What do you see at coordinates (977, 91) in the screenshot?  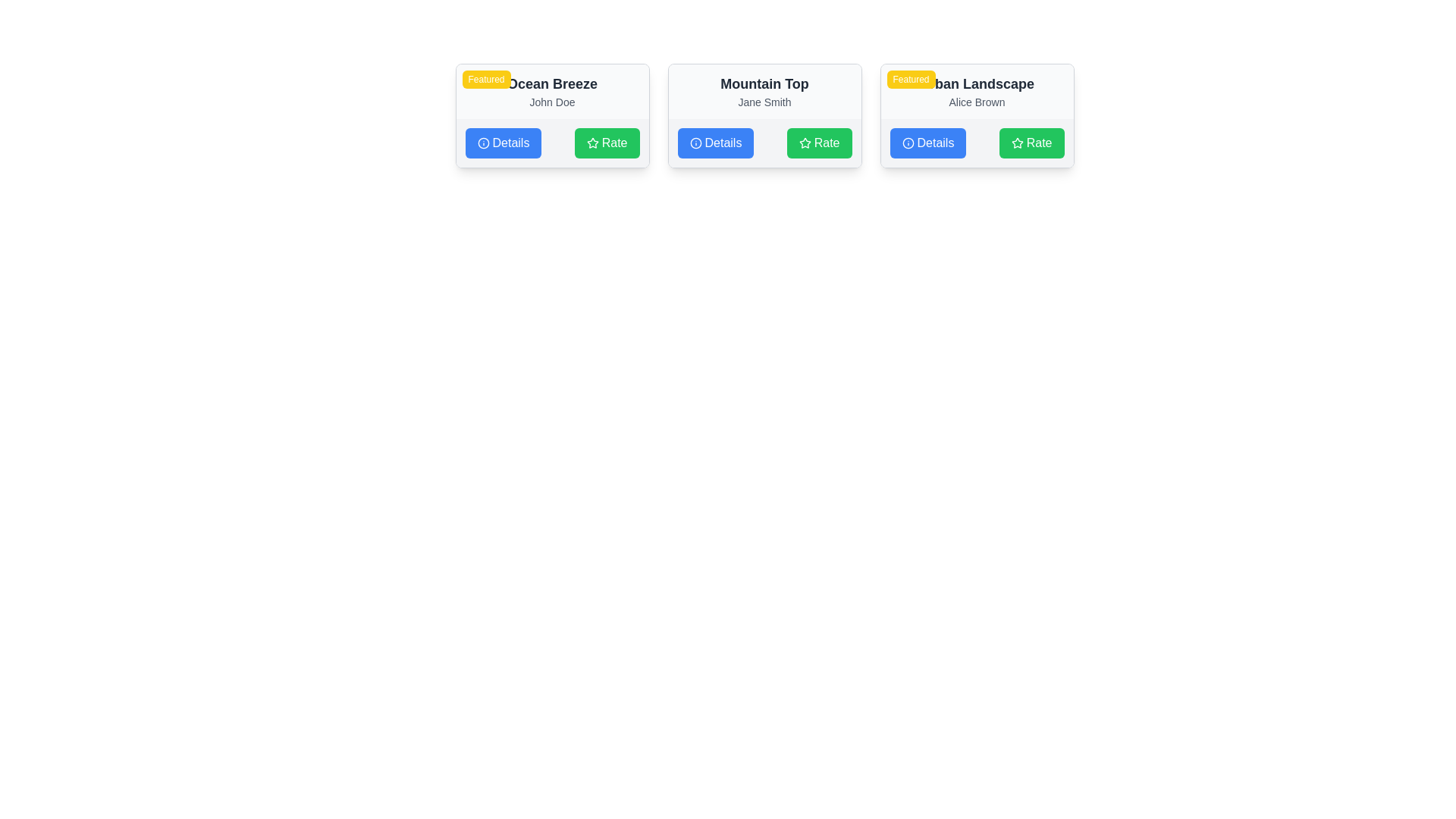 I see `the Text display area that shows 'Urban Landscape' and 'Alice Brown', located beneath the yellow 'Featured' badge` at bounding box center [977, 91].